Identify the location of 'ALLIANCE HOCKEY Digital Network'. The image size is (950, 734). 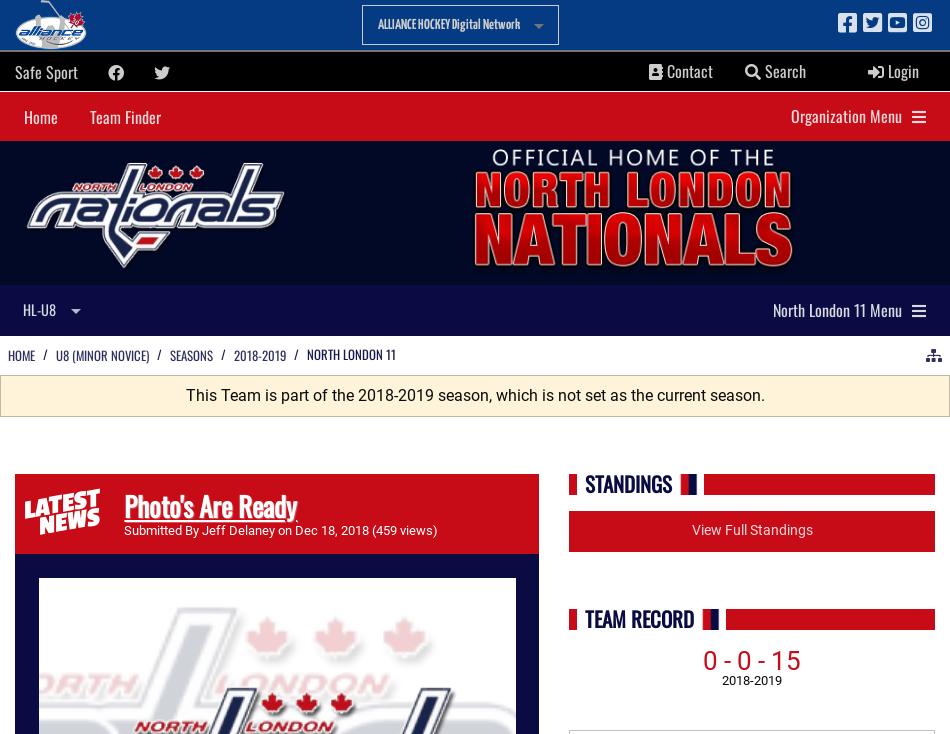
(447, 23).